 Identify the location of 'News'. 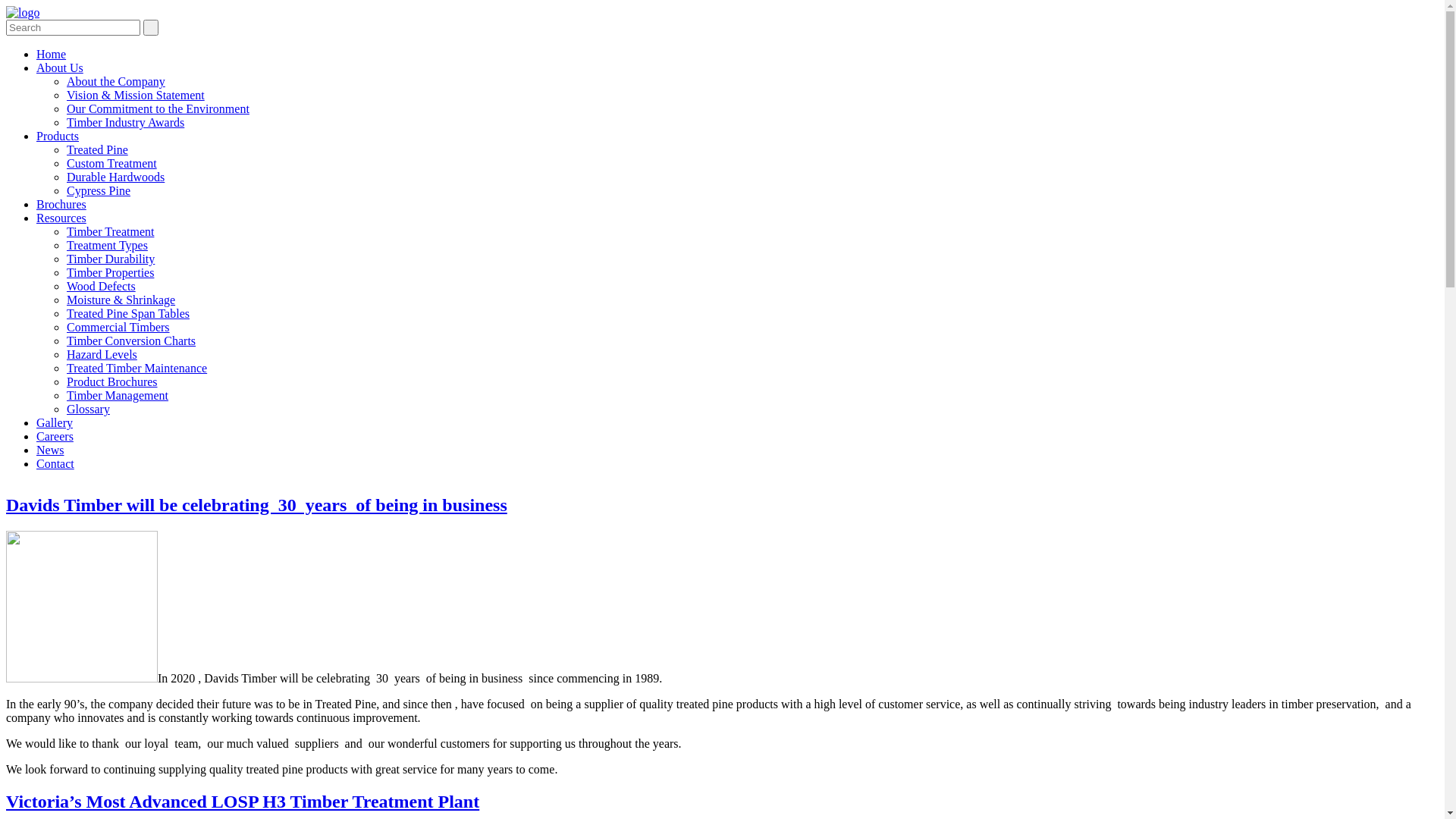
(50, 449).